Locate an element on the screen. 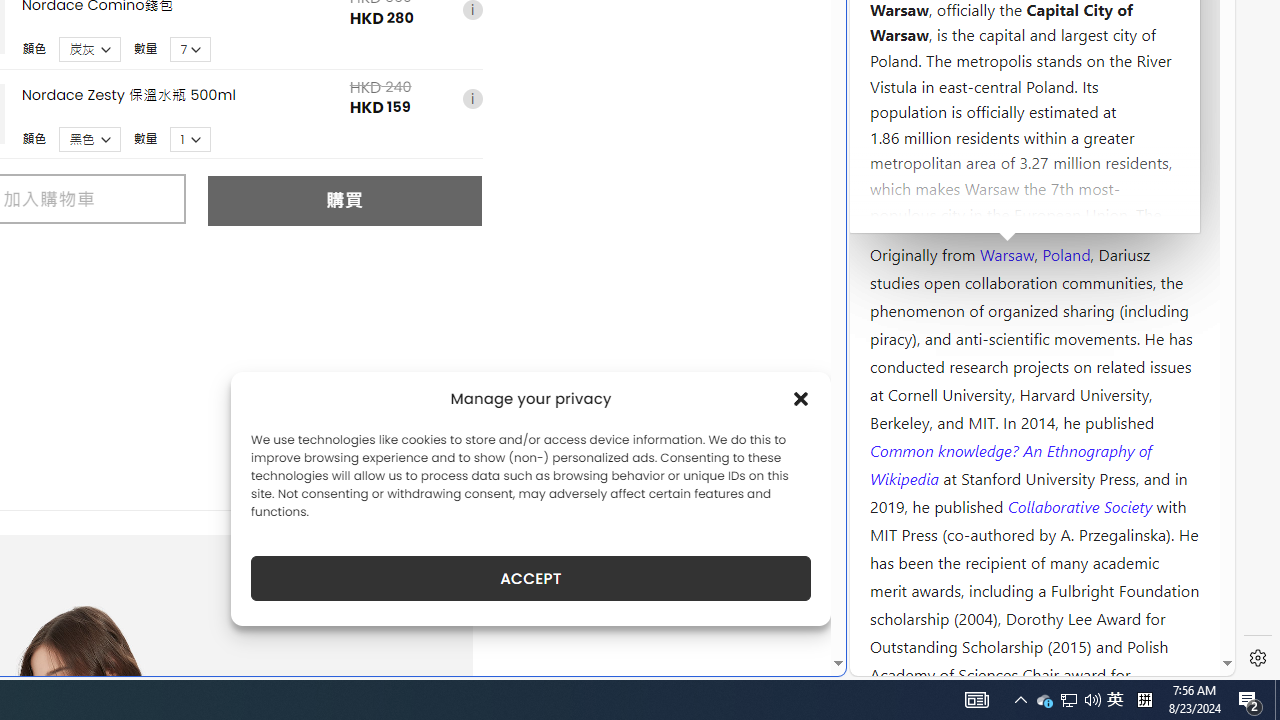 The height and width of the screenshot is (720, 1280). 'Collaborative Society ' is located at coordinates (1081, 504).